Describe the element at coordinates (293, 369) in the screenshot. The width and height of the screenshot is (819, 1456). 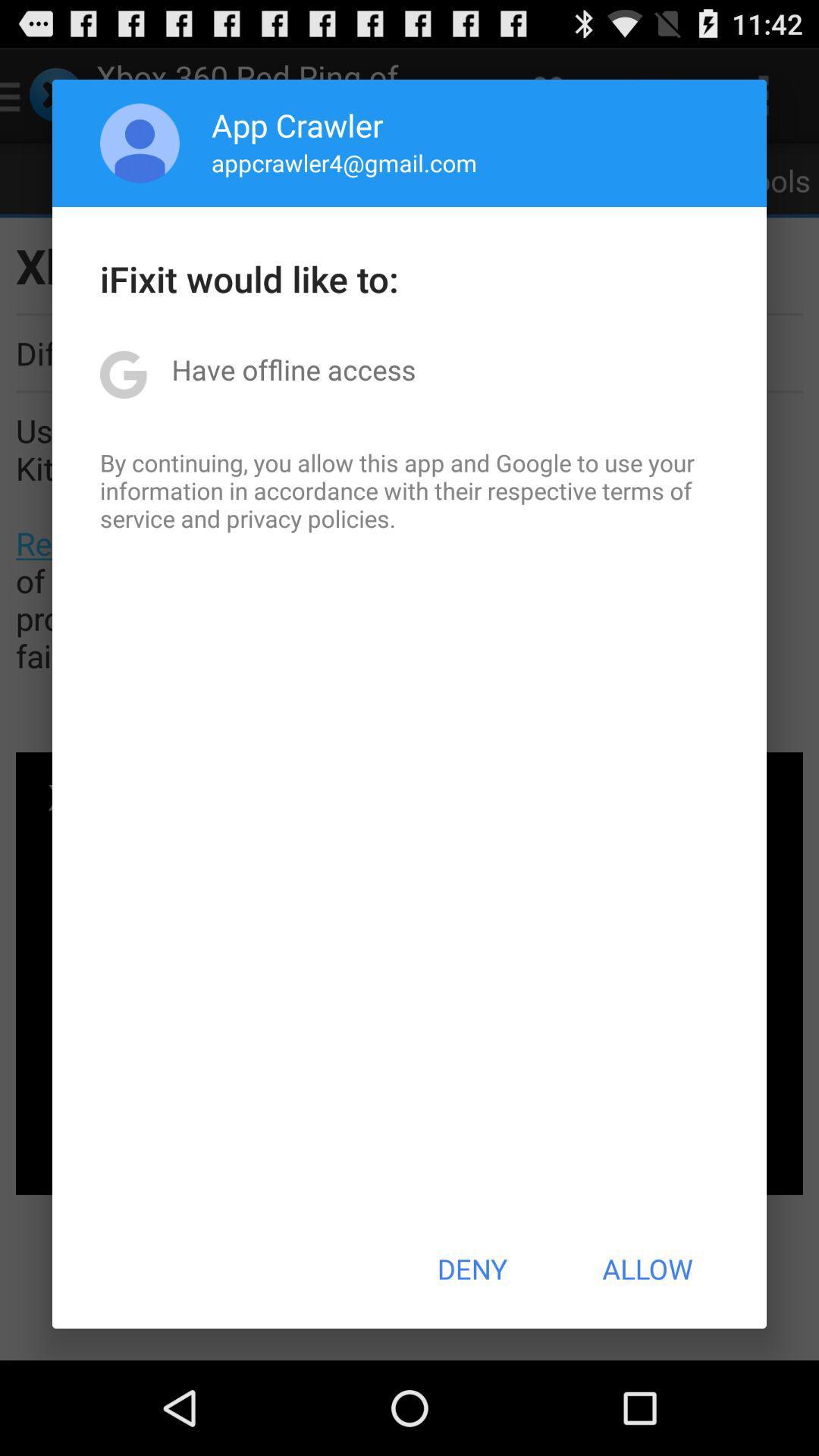
I see `icon below the ifixit would like icon` at that location.